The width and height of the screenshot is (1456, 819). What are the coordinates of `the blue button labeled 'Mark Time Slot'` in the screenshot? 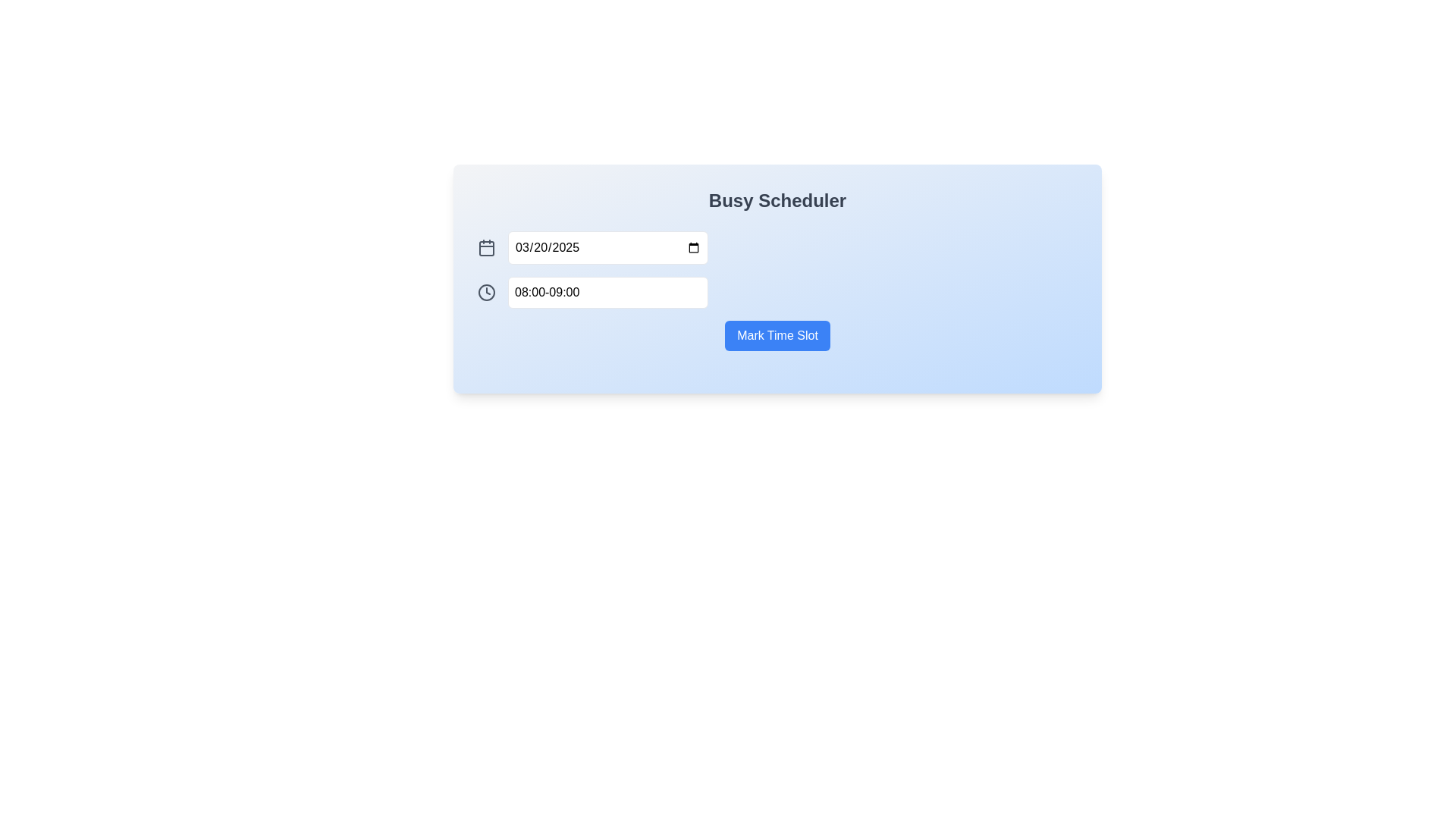 It's located at (777, 335).